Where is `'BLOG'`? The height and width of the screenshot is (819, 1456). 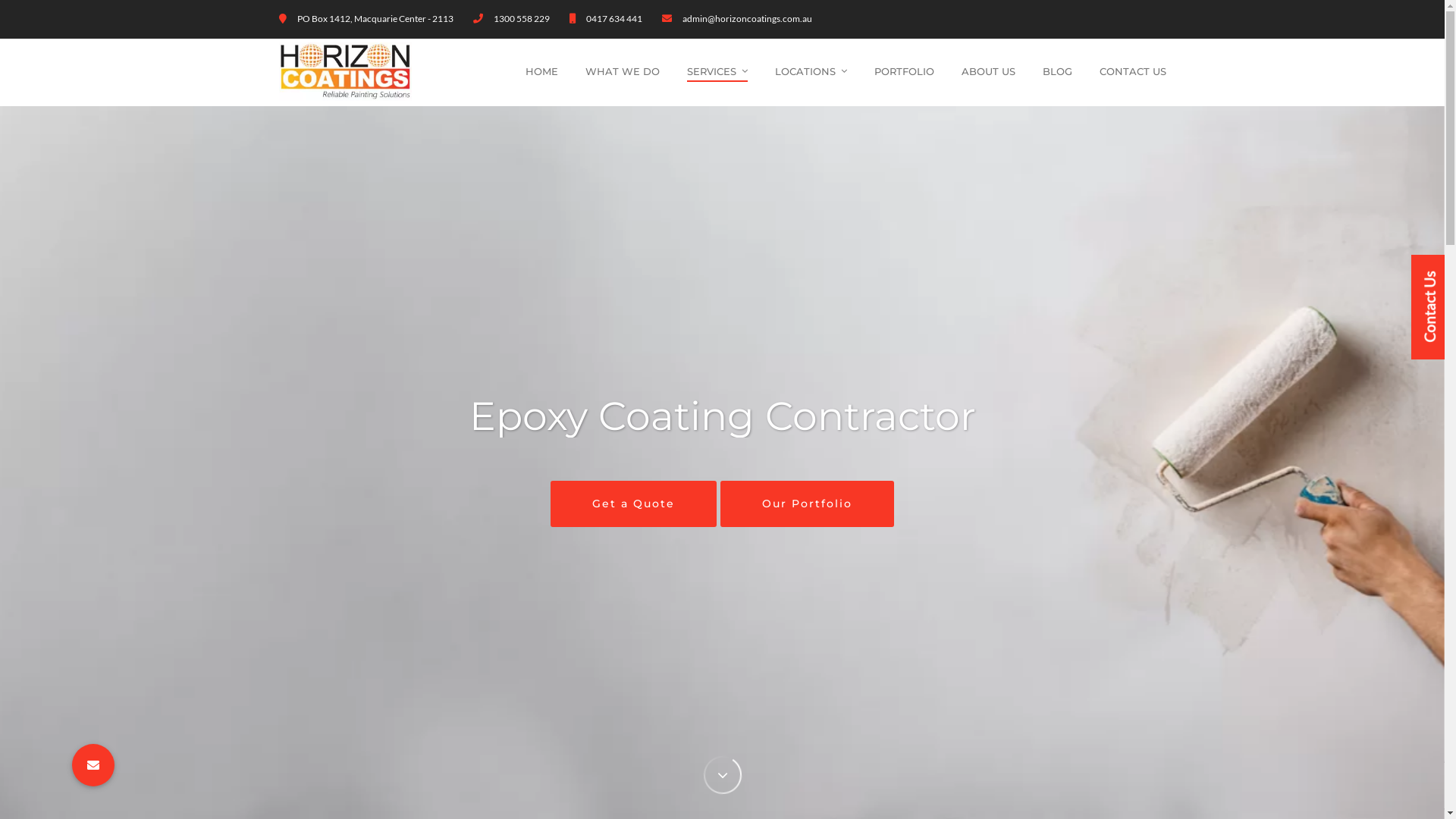
'BLOG' is located at coordinates (1040, 71).